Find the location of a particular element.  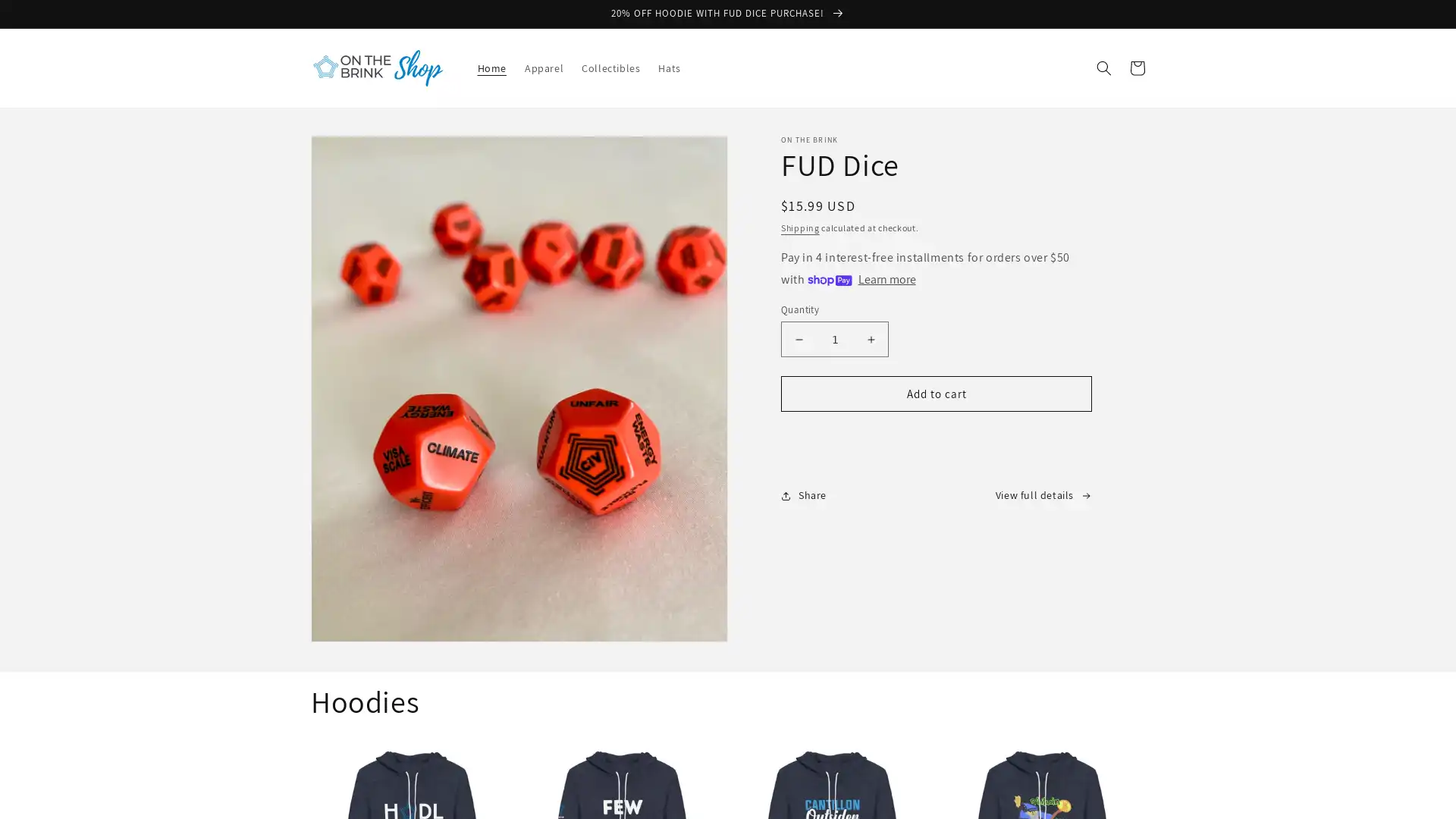

Add to cart is located at coordinates (935, 393).